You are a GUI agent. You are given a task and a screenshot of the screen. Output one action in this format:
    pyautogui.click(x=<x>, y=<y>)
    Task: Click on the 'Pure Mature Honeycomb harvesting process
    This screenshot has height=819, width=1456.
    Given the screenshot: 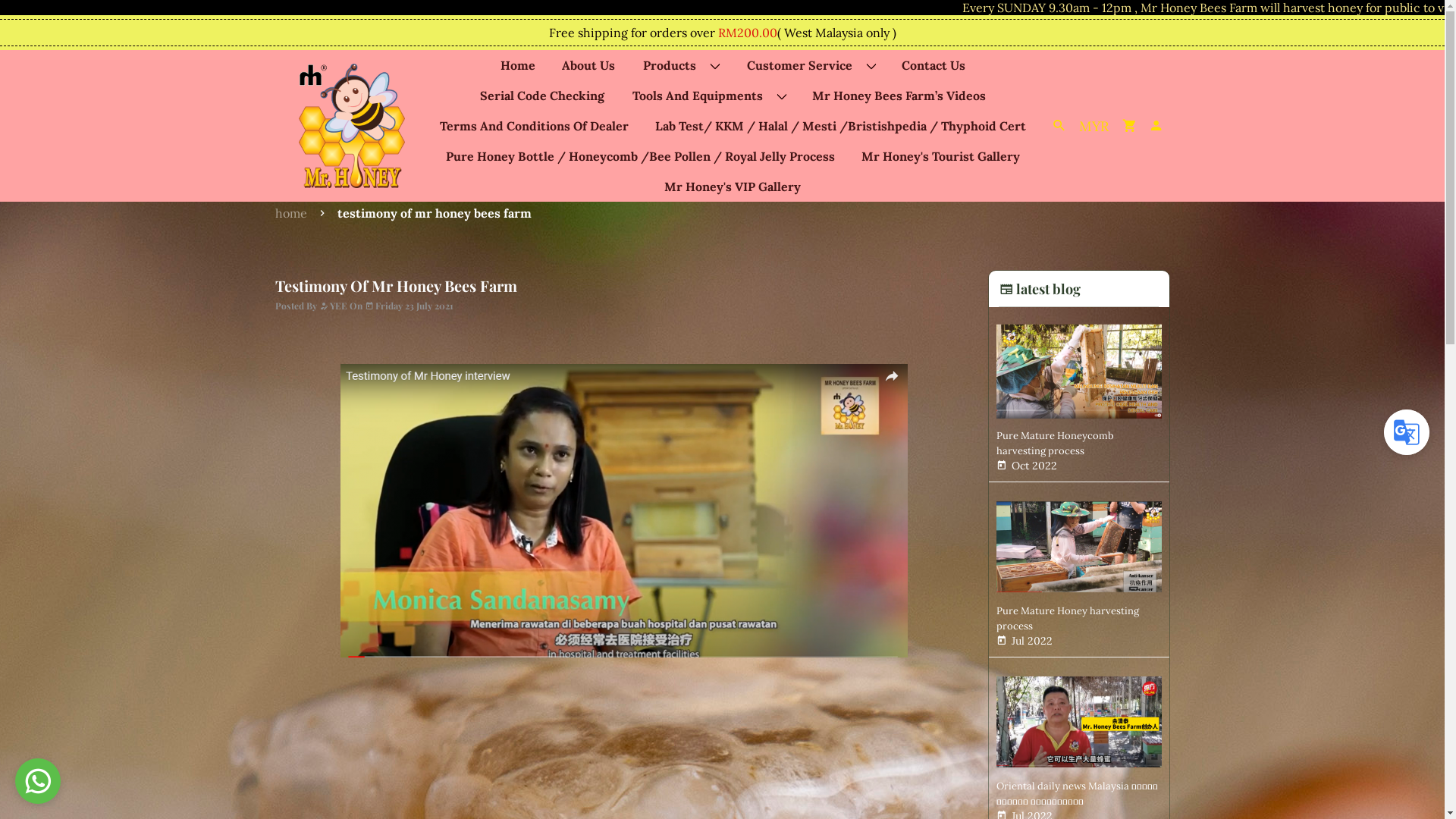 What is the action you would take?
    pyautogui.click(x=1078, y=394)
    